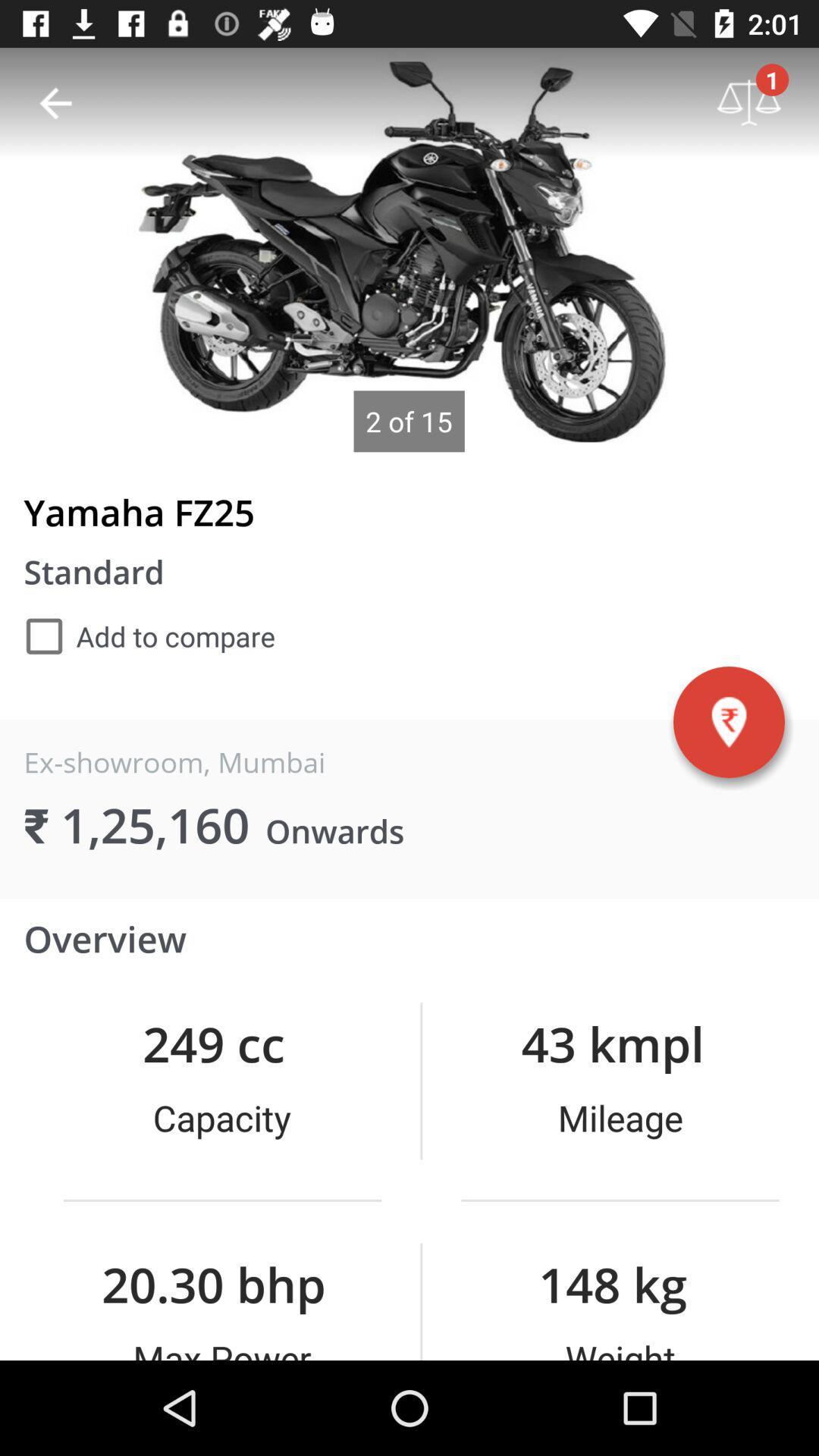  Describe the element at coordinates (728, 721) in the screenshot. I see `icon which has currency symbol on it` at that location.